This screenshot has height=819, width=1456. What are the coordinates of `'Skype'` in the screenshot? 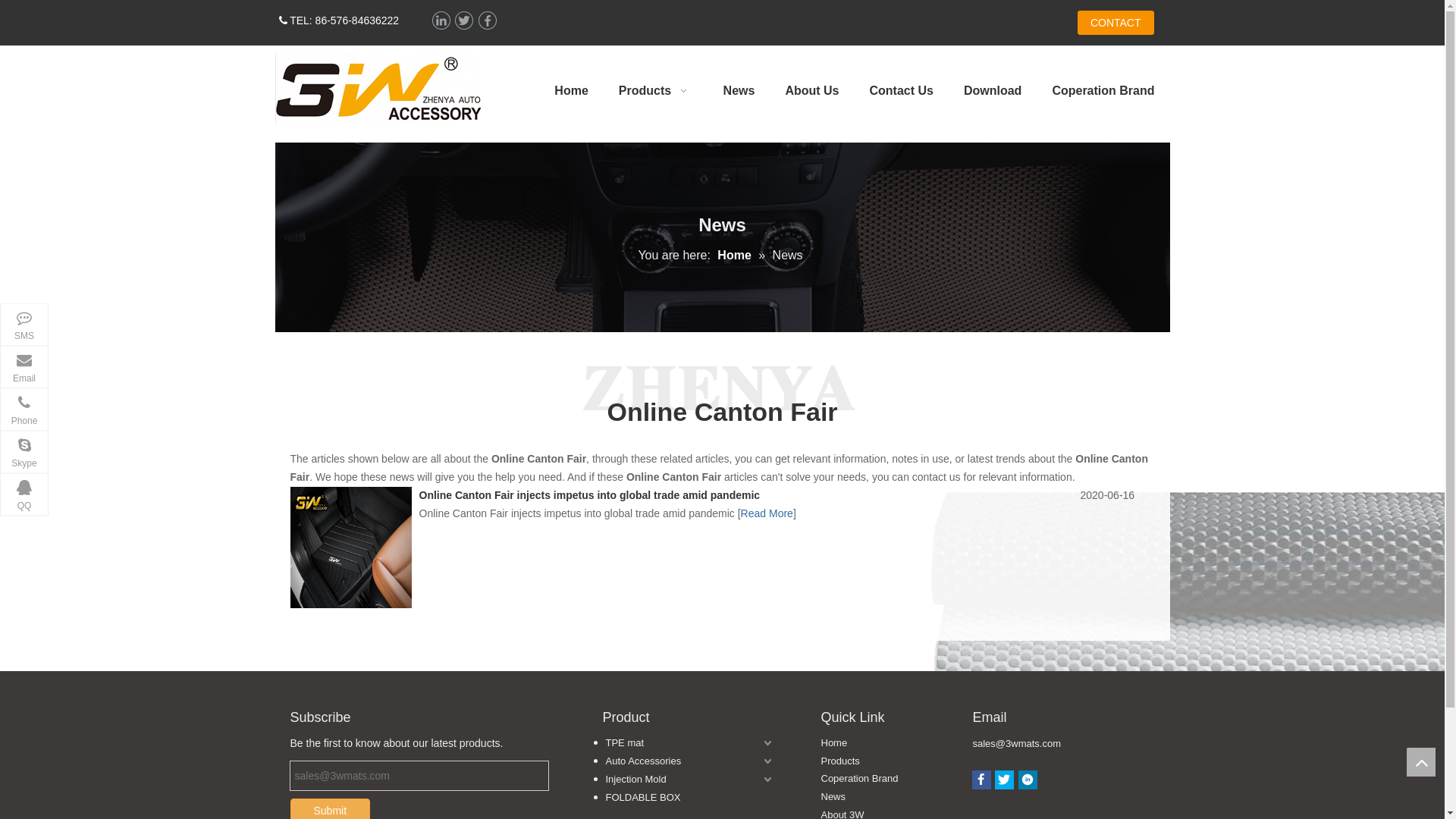 It's located at (24, 451).